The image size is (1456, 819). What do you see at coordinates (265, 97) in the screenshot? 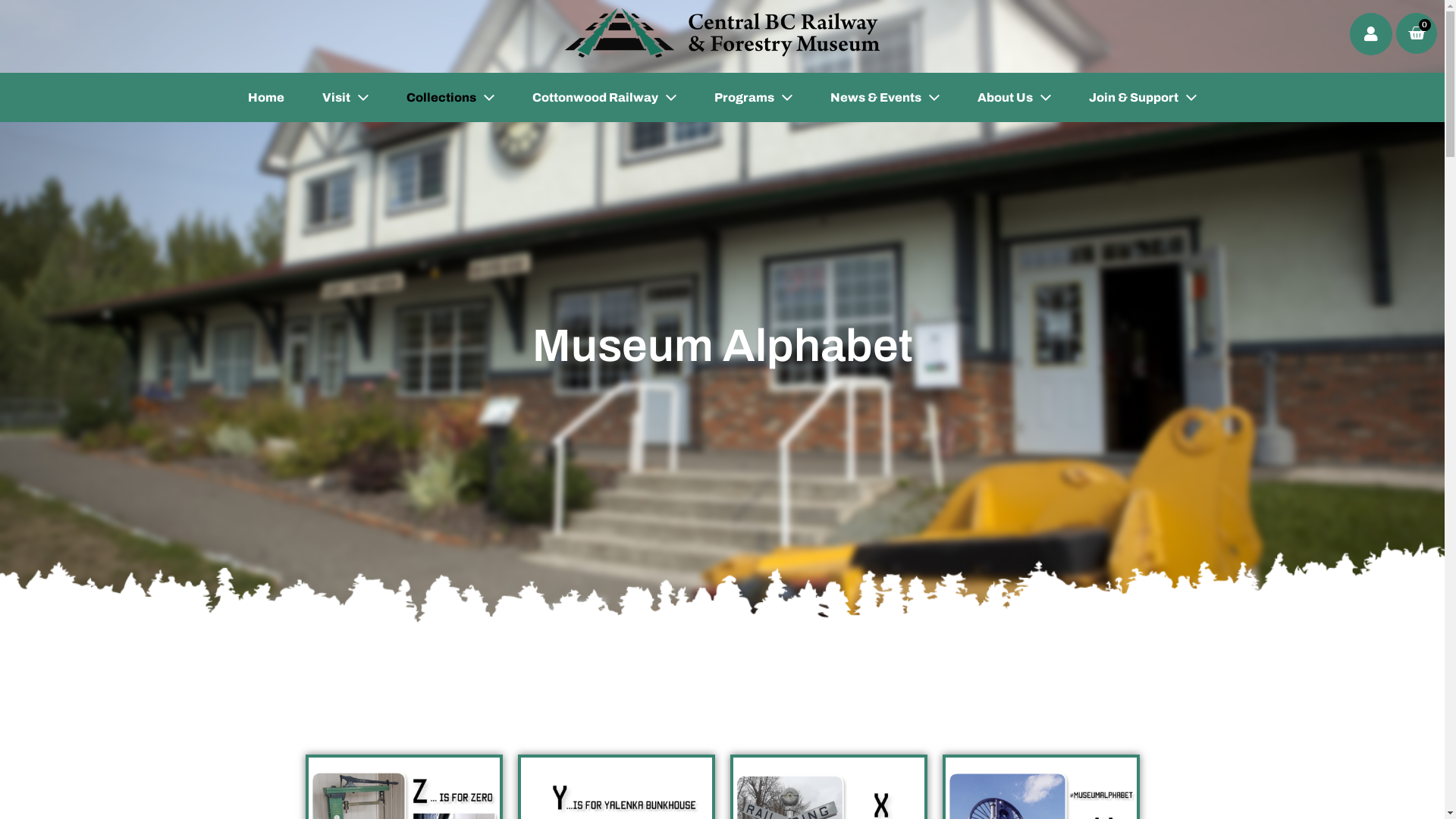
I see `'Home'` at bounding box center [265, 97].